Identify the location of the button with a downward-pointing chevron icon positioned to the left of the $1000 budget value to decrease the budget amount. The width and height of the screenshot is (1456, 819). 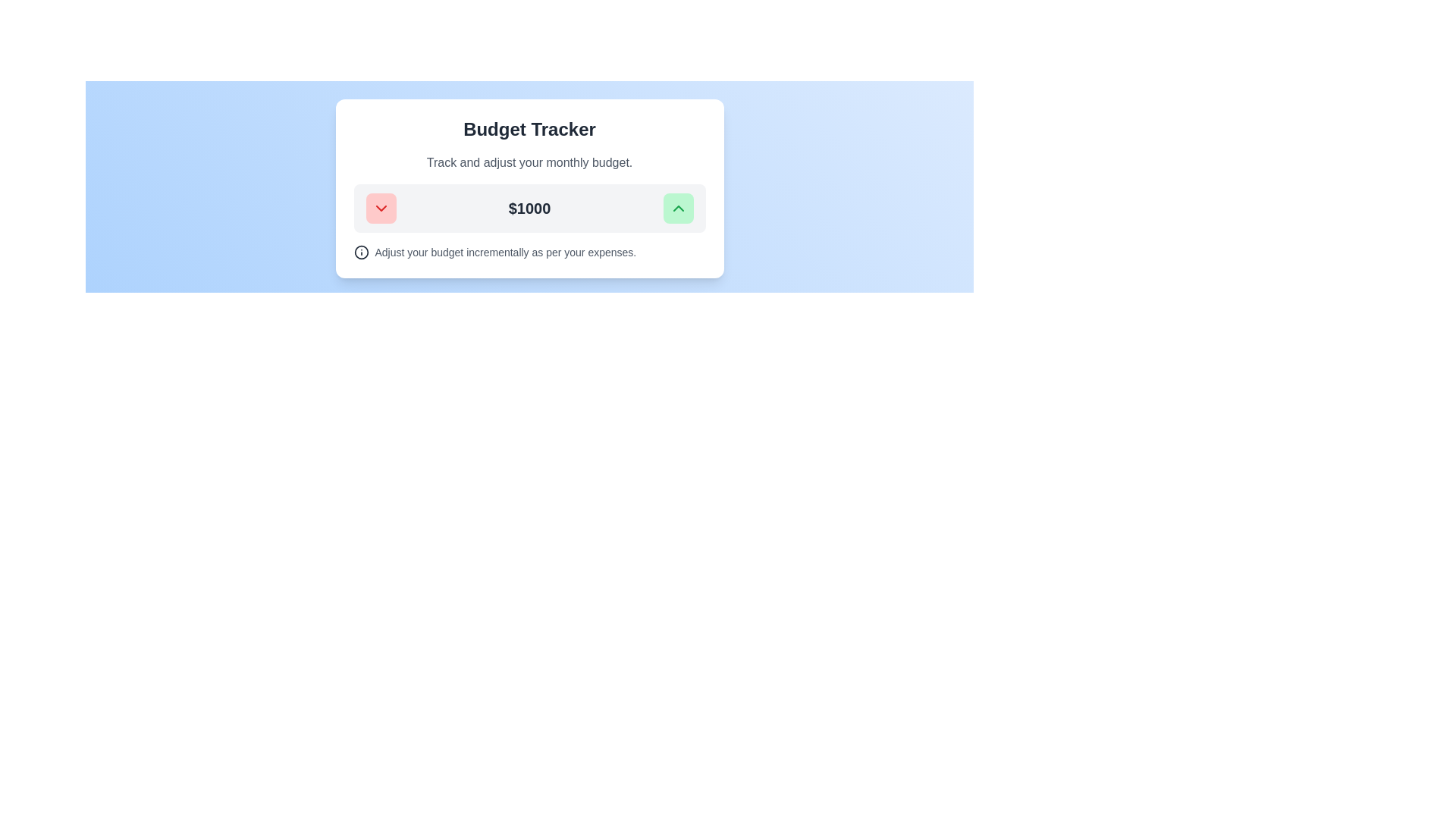
(381, 208).